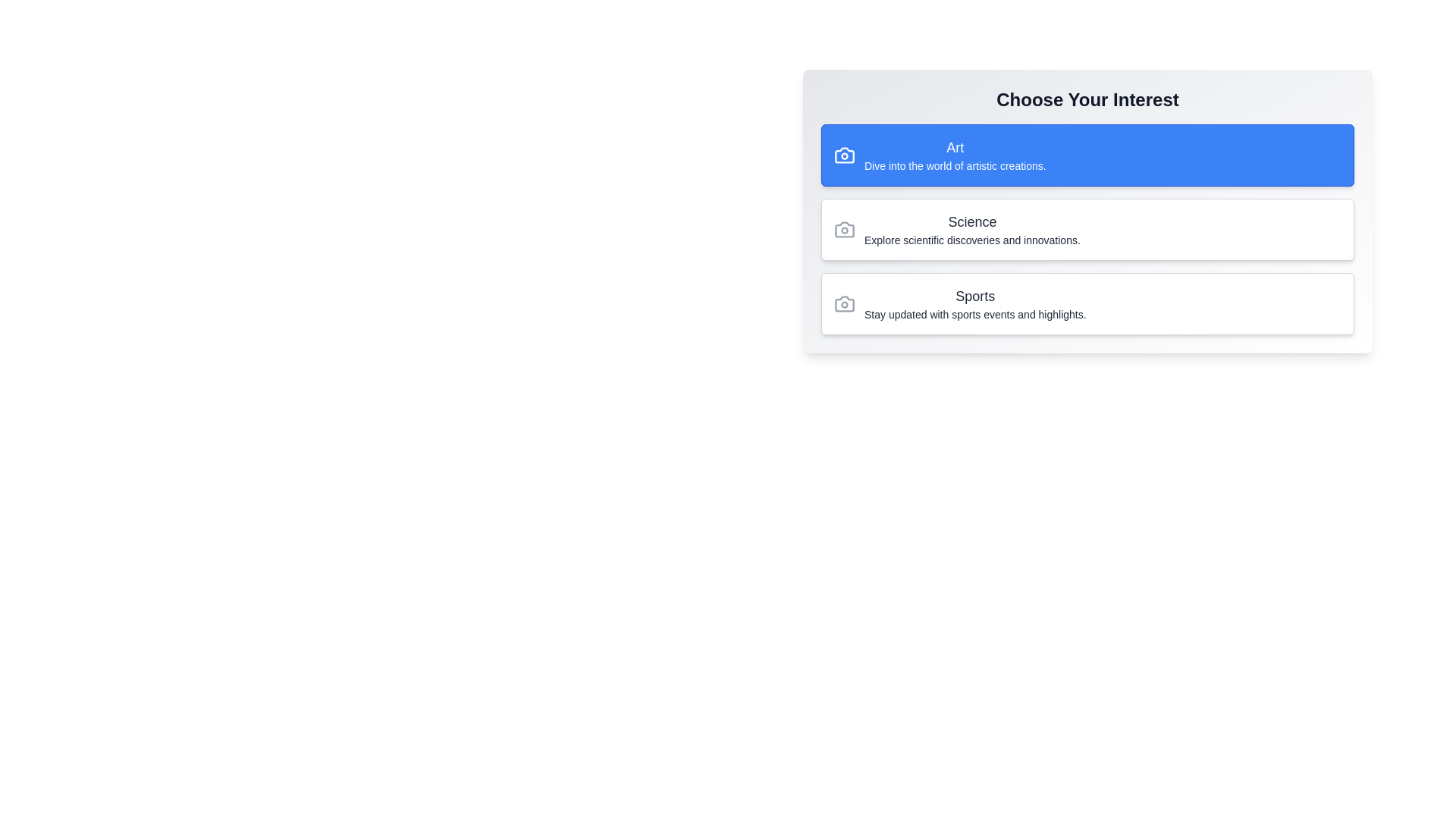 The width and height of the screenshot is (1456, 819). I want to click on the interactive card for the 'Science' category, so click(1087, 230).